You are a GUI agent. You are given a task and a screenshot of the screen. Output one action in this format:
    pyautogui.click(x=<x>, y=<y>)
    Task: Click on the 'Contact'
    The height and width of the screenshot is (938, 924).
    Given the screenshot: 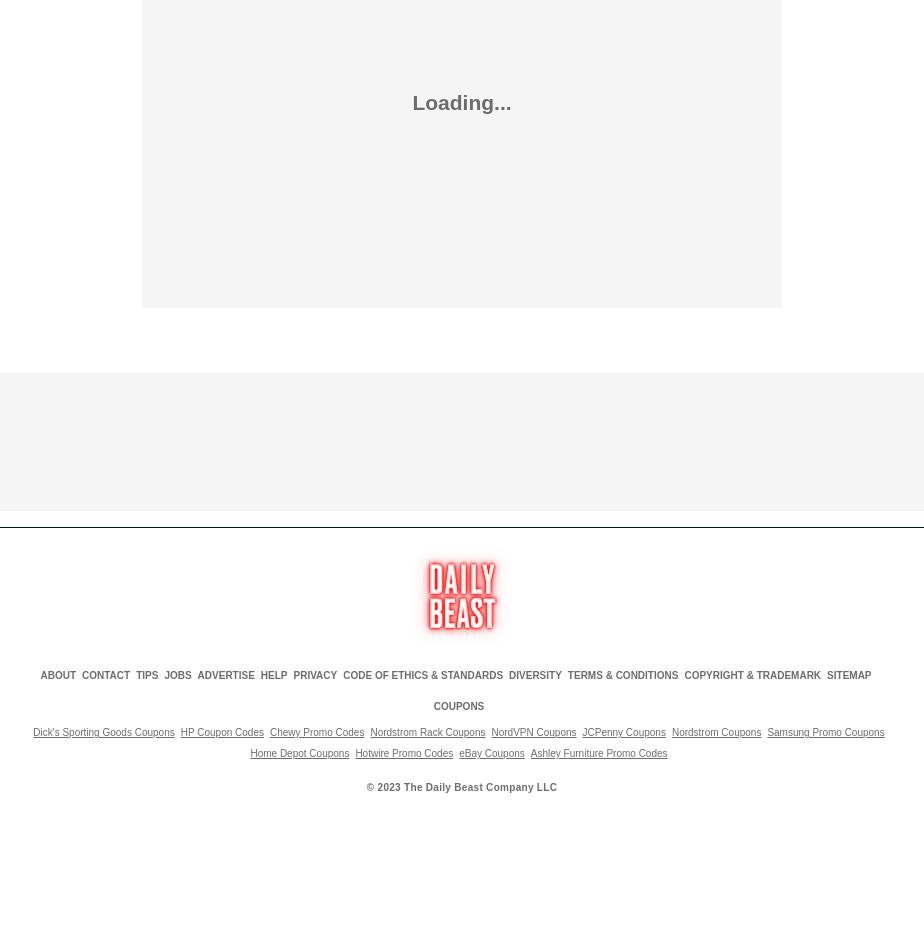 What is the action you would take?
    pyautogui.click(x=105, y=674)
    